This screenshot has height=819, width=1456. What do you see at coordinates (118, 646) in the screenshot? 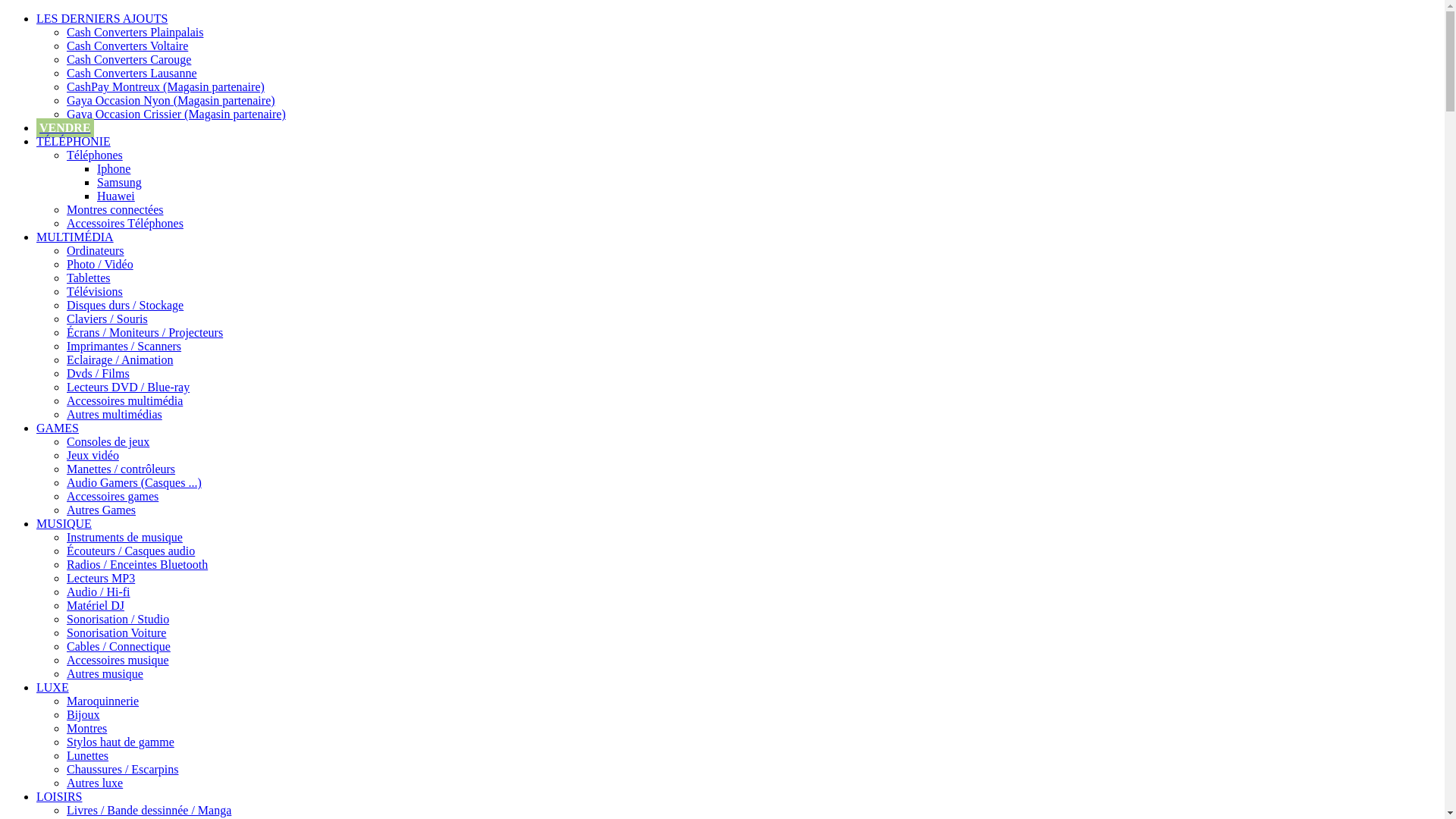
I see `'Cables / Connectique'` at bounding box center [118, 646].